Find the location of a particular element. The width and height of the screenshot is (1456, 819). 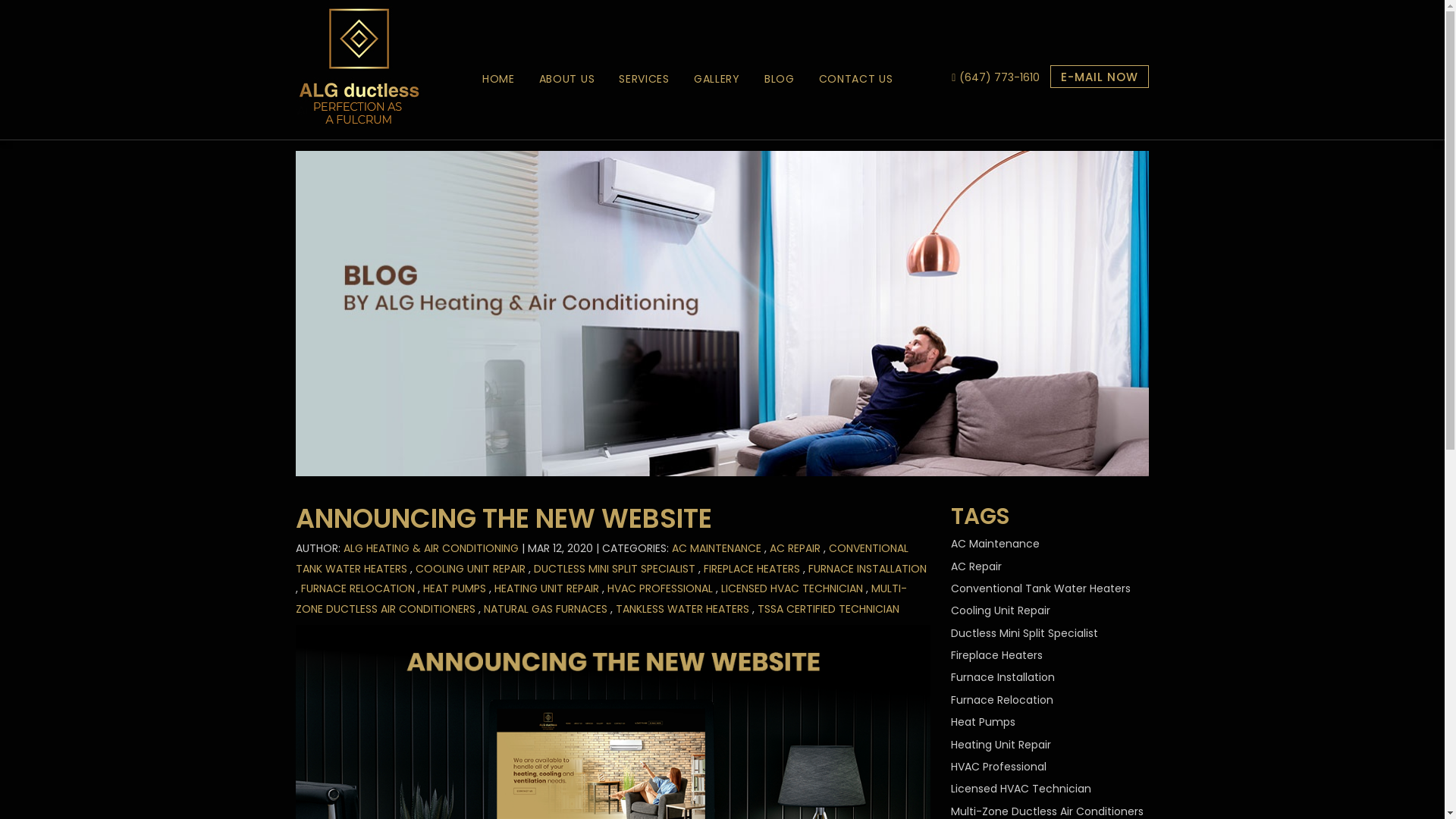

'DUCTLESS MINI SPLIT SPECIALIST' is located at coordinates (614, 568).